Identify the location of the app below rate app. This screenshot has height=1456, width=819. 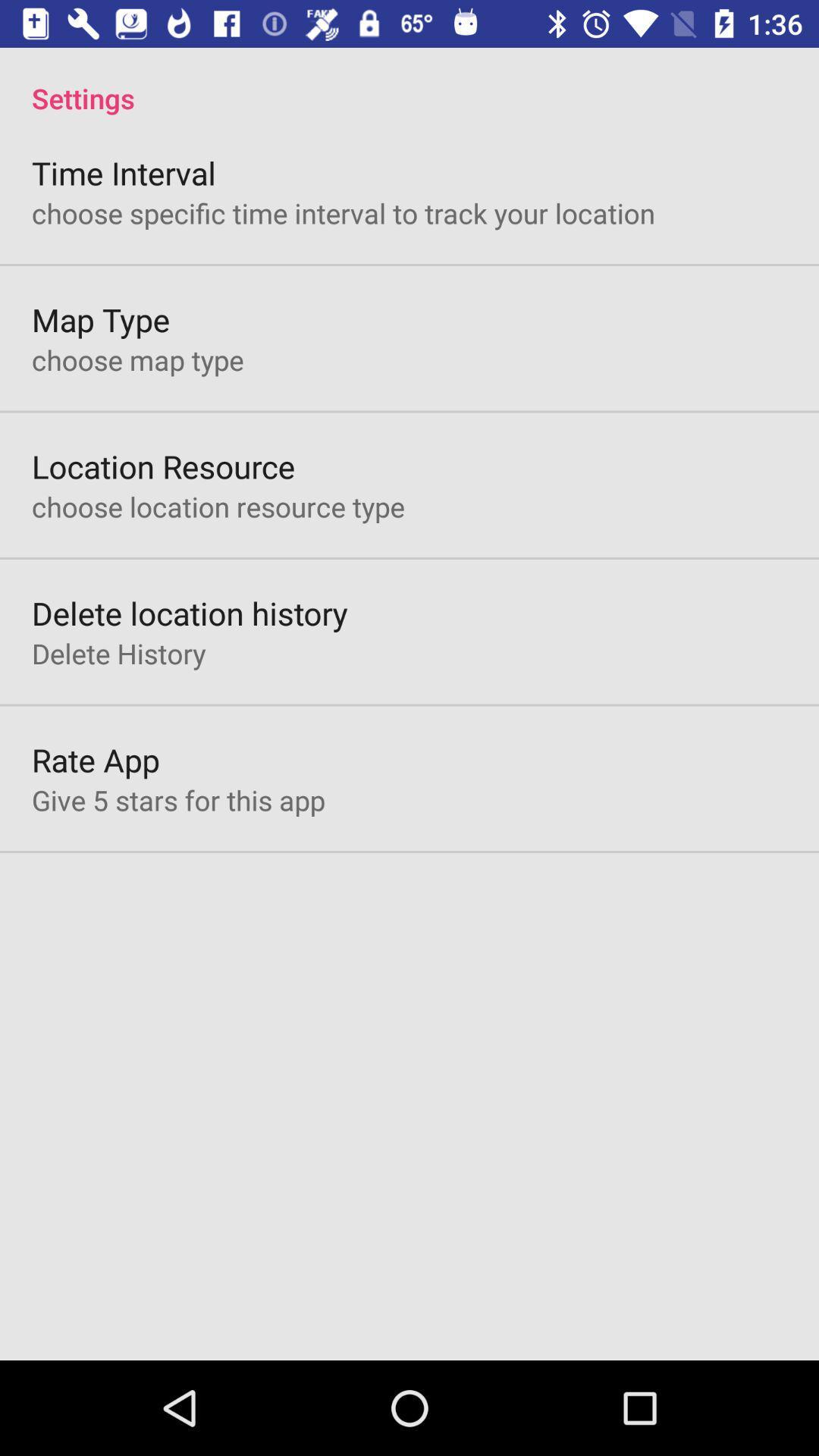
(177, 799).